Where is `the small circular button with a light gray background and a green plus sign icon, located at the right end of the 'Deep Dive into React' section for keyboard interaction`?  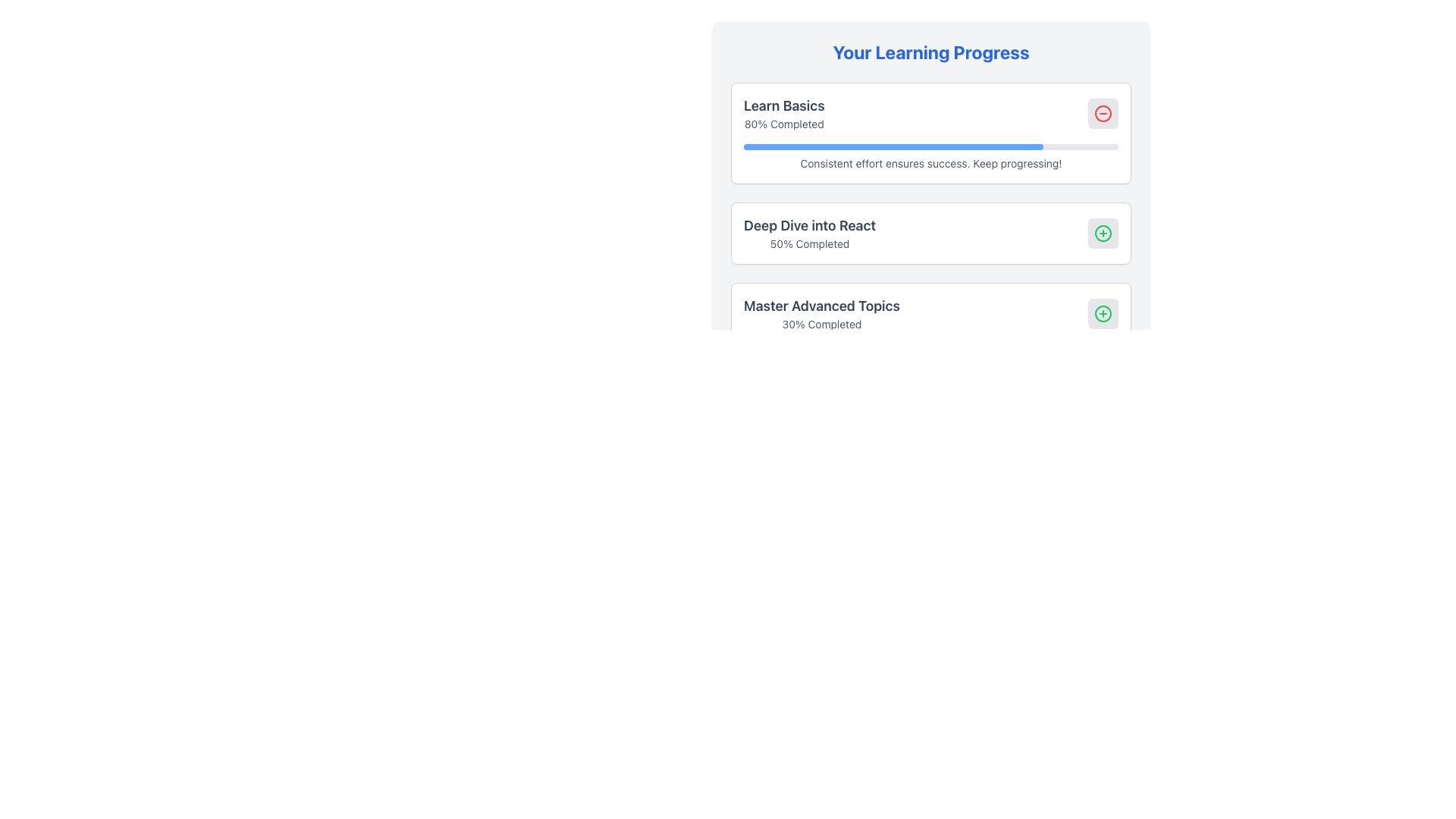 the small circular button with a light gray background and a green plus sign icon, located at the right end of the 'Deep Dive into React' section for keyboard interaction is located at coordinates (1103, 234).